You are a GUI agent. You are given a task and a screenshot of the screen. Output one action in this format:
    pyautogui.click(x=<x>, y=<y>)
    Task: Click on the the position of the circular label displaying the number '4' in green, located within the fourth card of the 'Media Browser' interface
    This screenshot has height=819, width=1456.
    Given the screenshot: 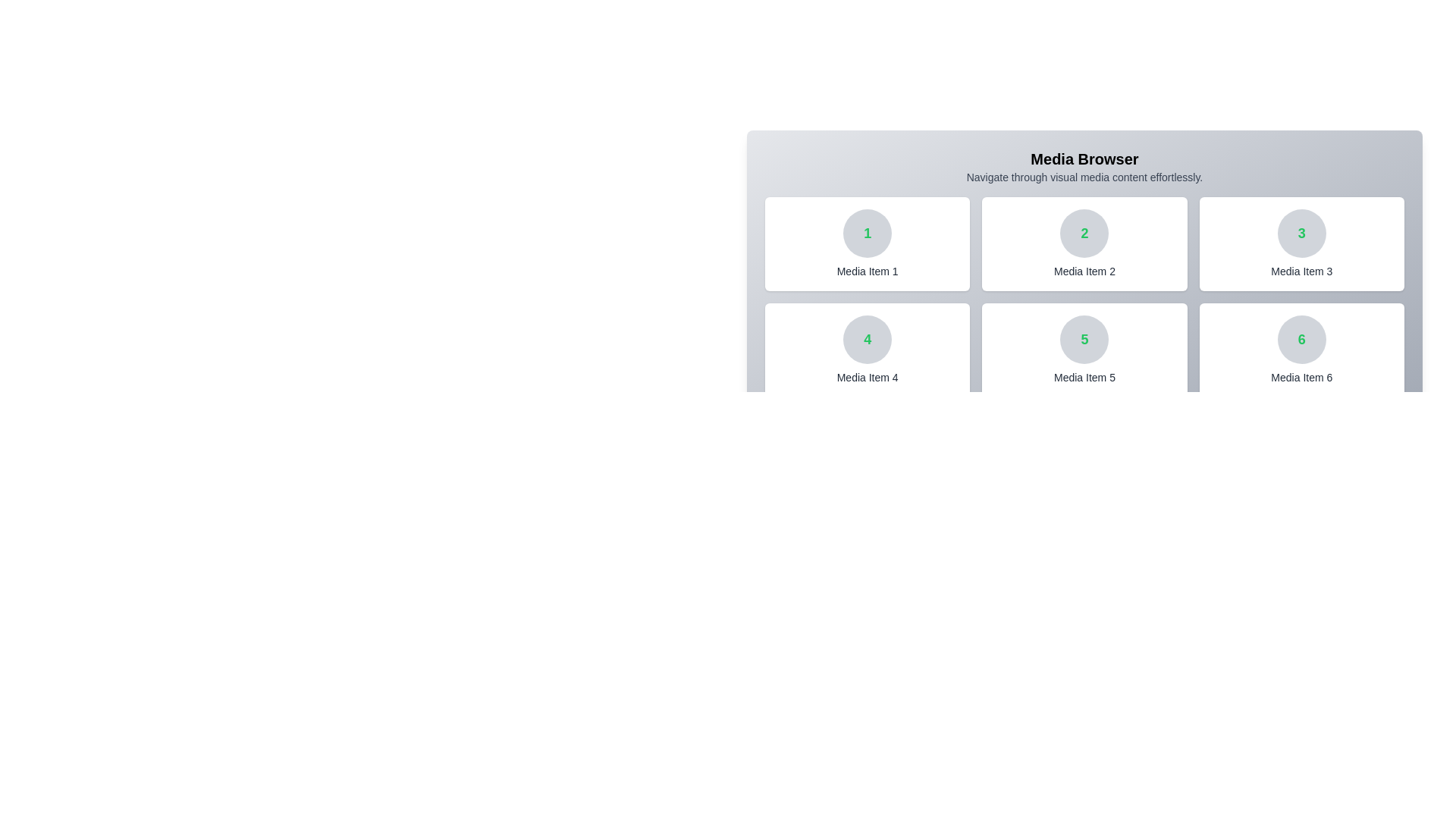 What is the action you would take?
    pyautogui.click(x=868, y=338)
    